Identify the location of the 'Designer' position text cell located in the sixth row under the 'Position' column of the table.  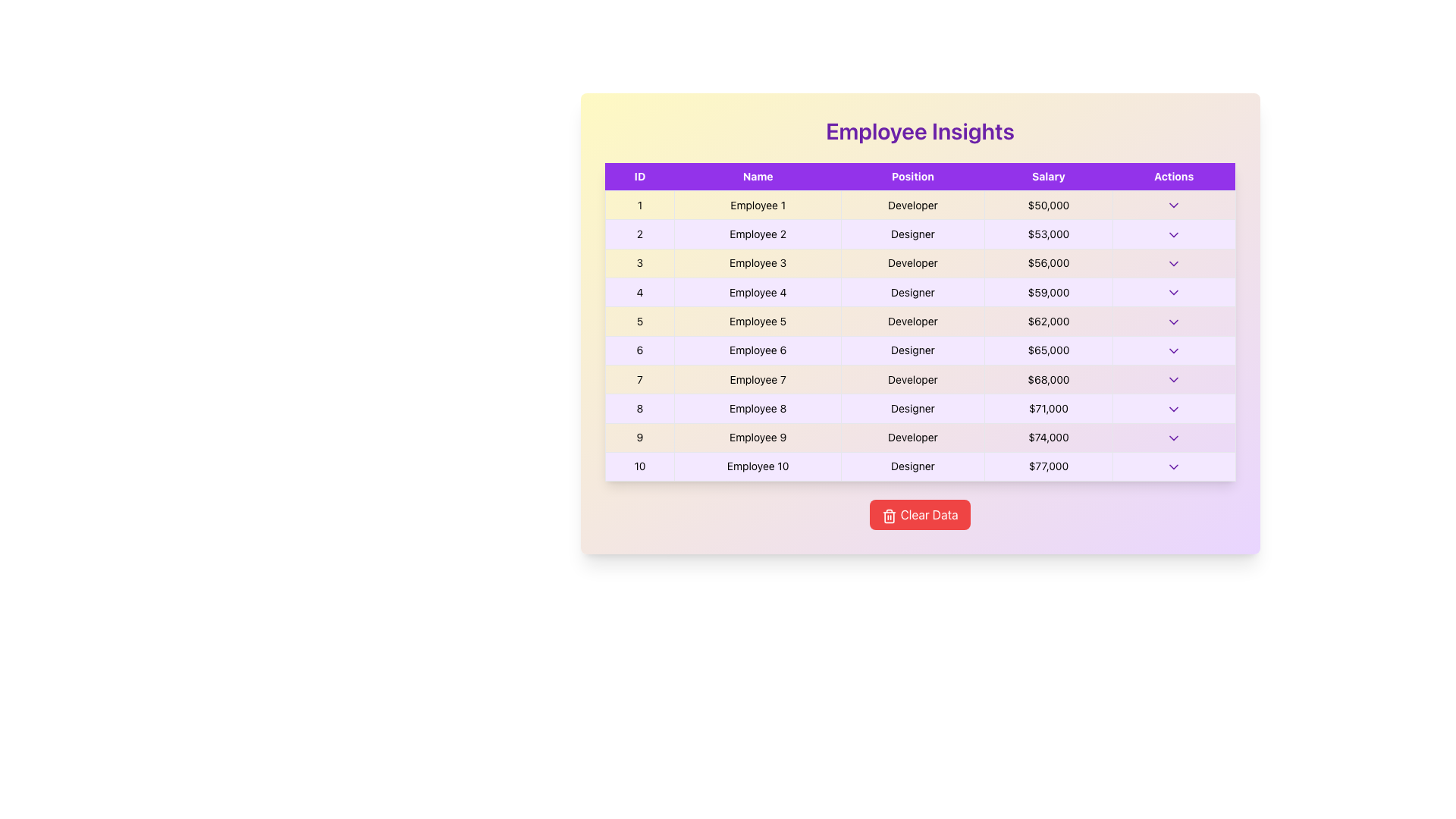
(912, 350).